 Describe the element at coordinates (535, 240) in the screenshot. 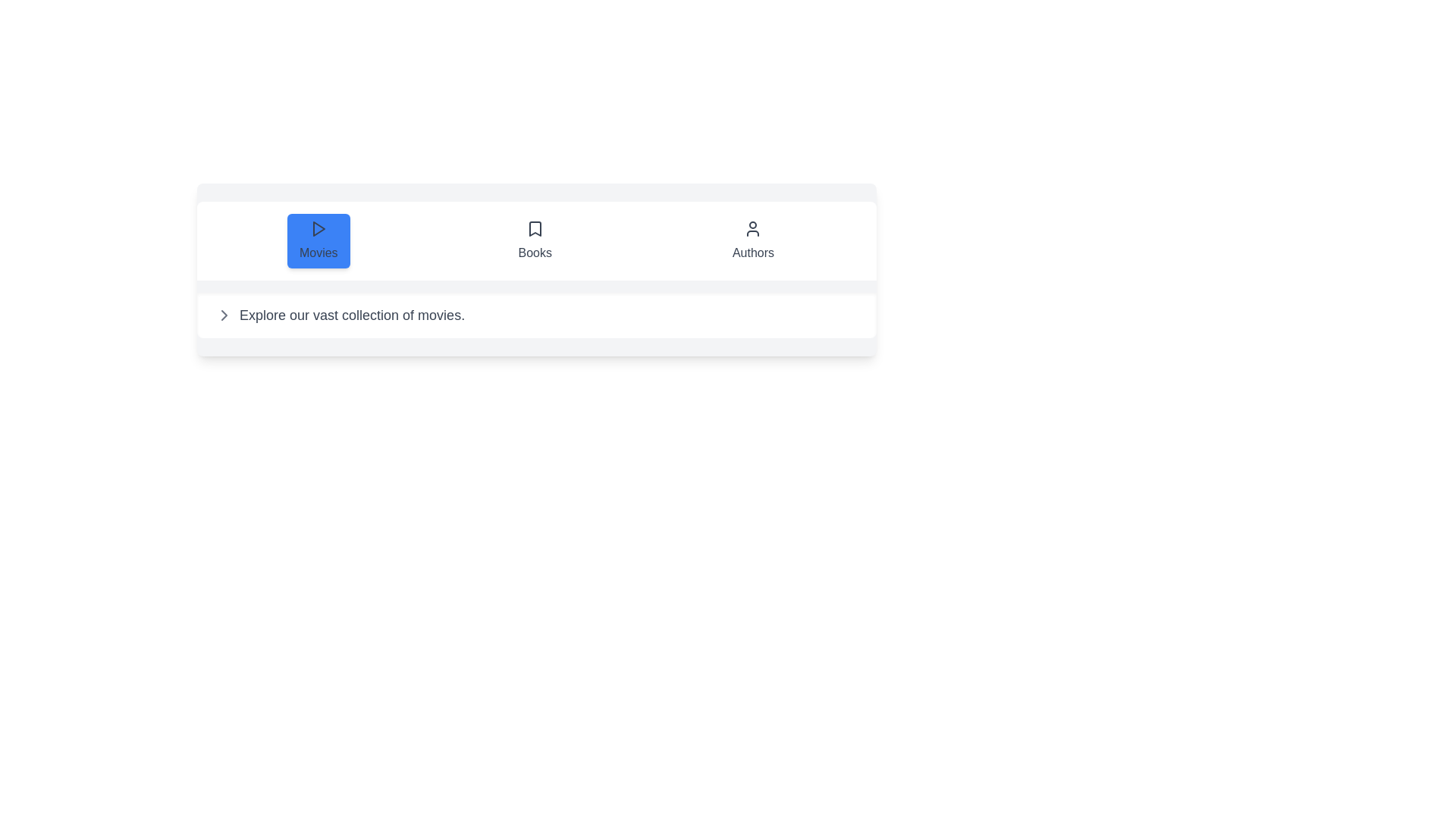

I see `the Books tab` at that location.